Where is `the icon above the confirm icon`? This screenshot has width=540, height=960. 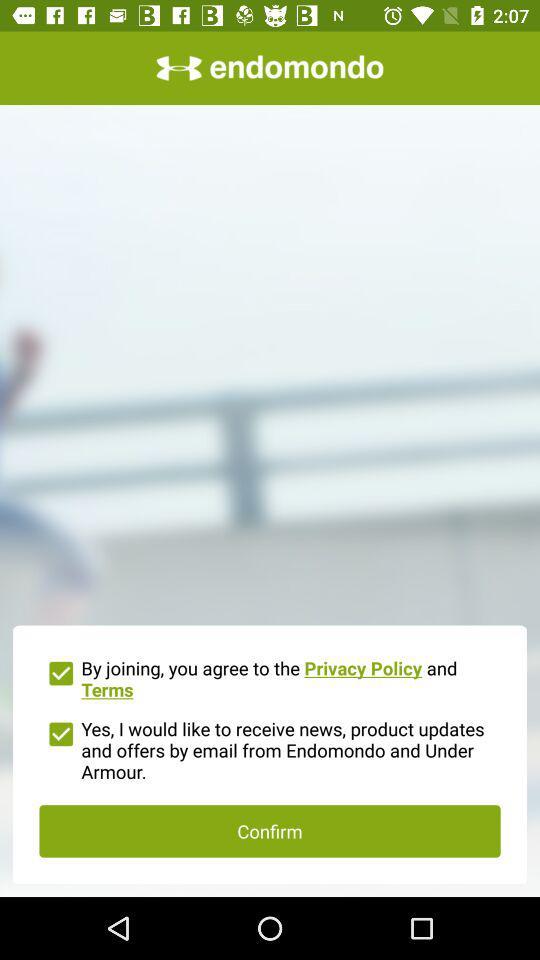 the icon above the confirm icon is located at coordinates (270, 747).